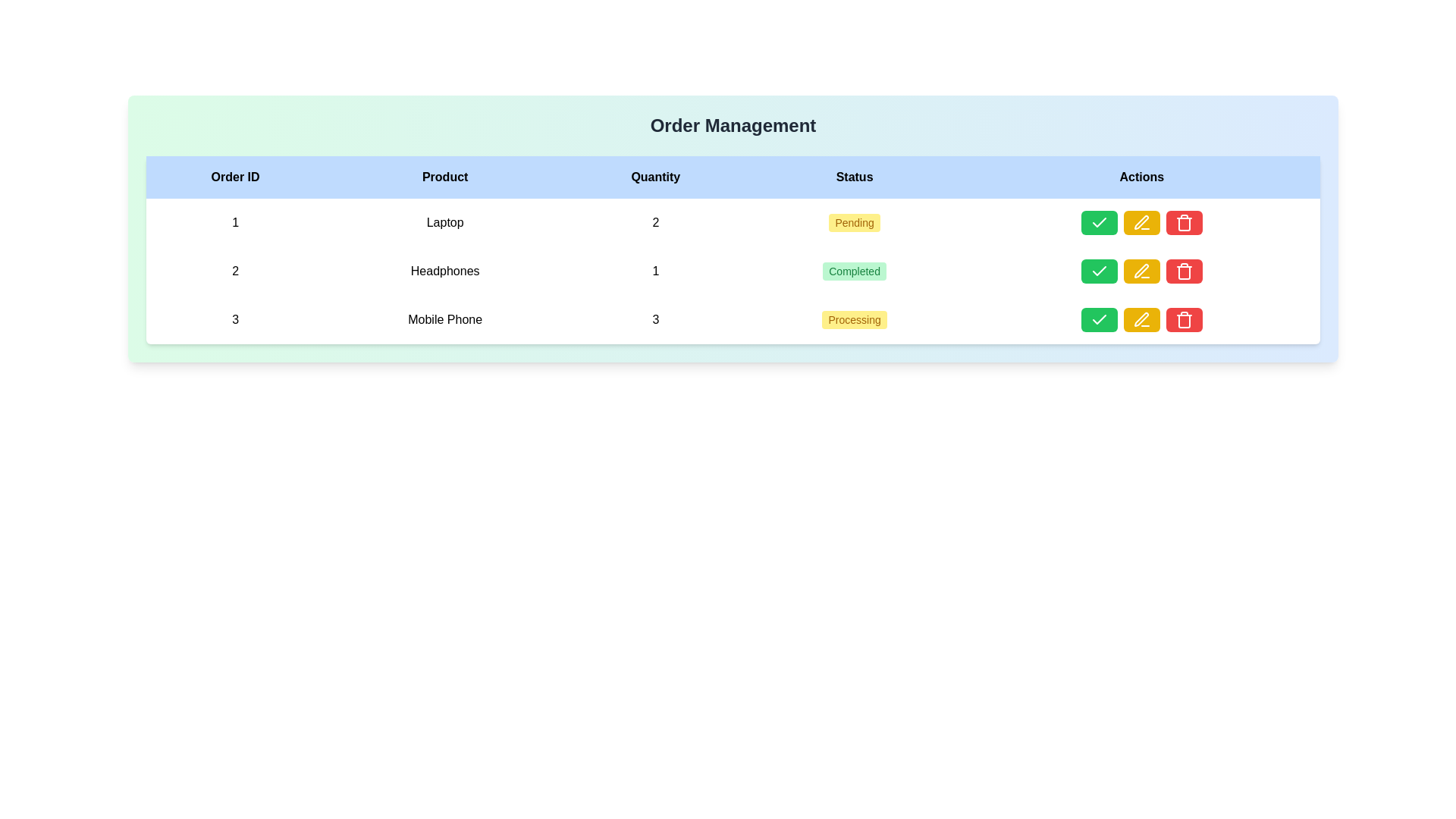  What do you see at coordinates (1183, 271) in the screenshot?
I see `the trash bin icon with a red background located in the 'Actions' column of the last row in the table` at bounding box center [1183, 271].